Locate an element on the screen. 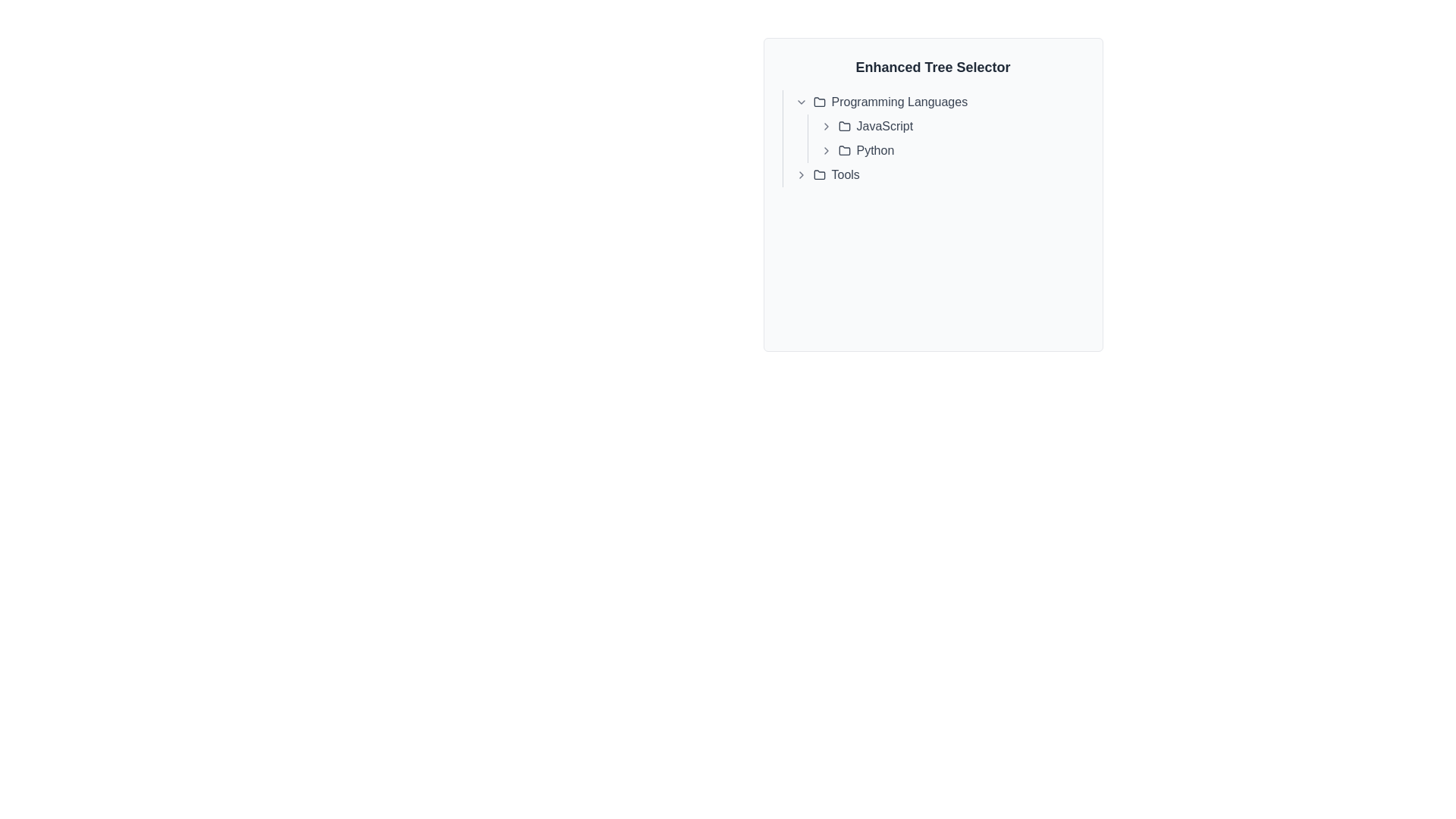 The height and width of the screenshot is (819, 1456). the interactive arrow icon button is located at coordinates (825, 151).